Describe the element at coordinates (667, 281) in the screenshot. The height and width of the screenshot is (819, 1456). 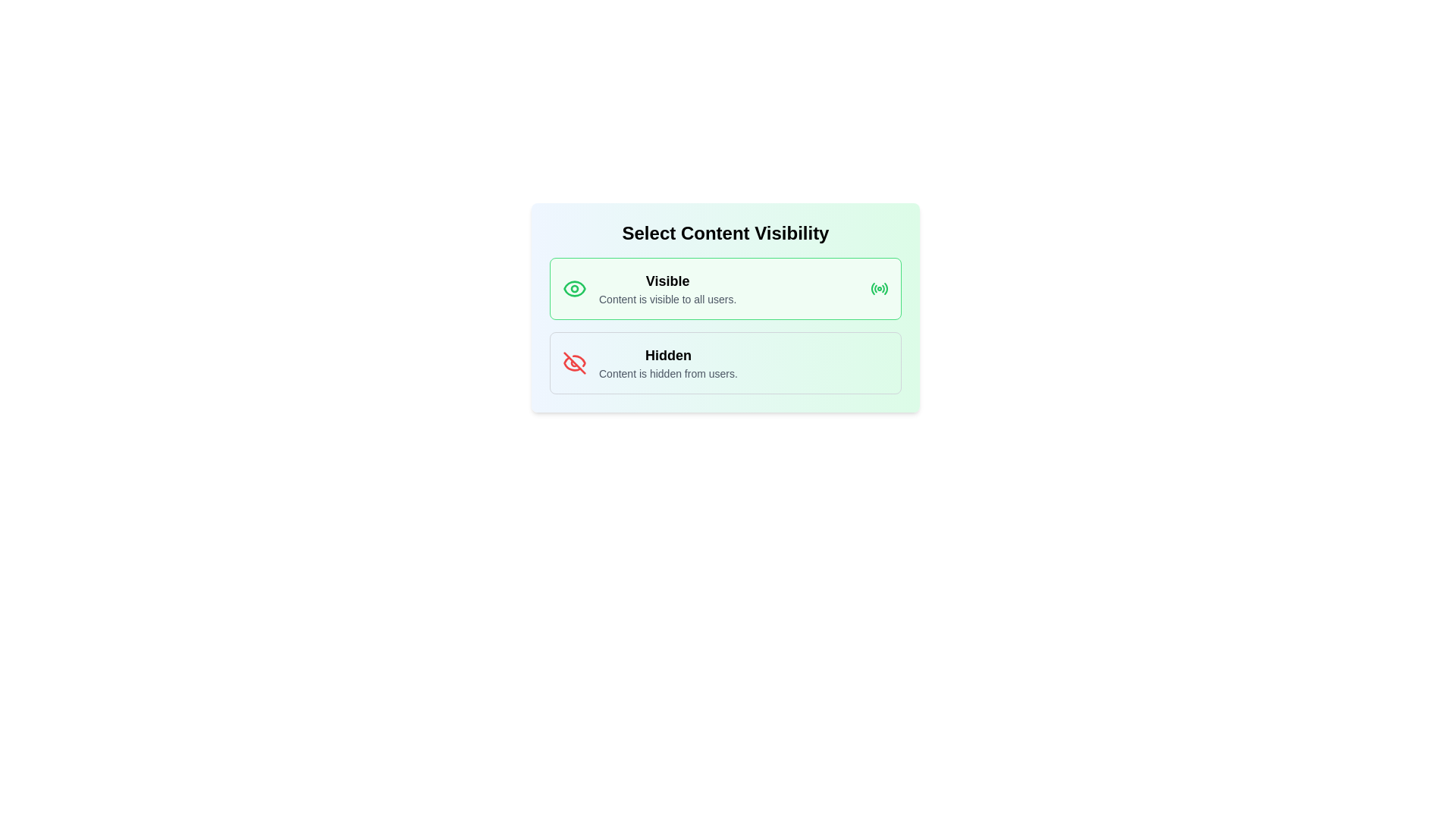
I see `the 'Visible' text label in the 'Select Content Visibility' section, which indicates the option for content visibility selection` at that location.